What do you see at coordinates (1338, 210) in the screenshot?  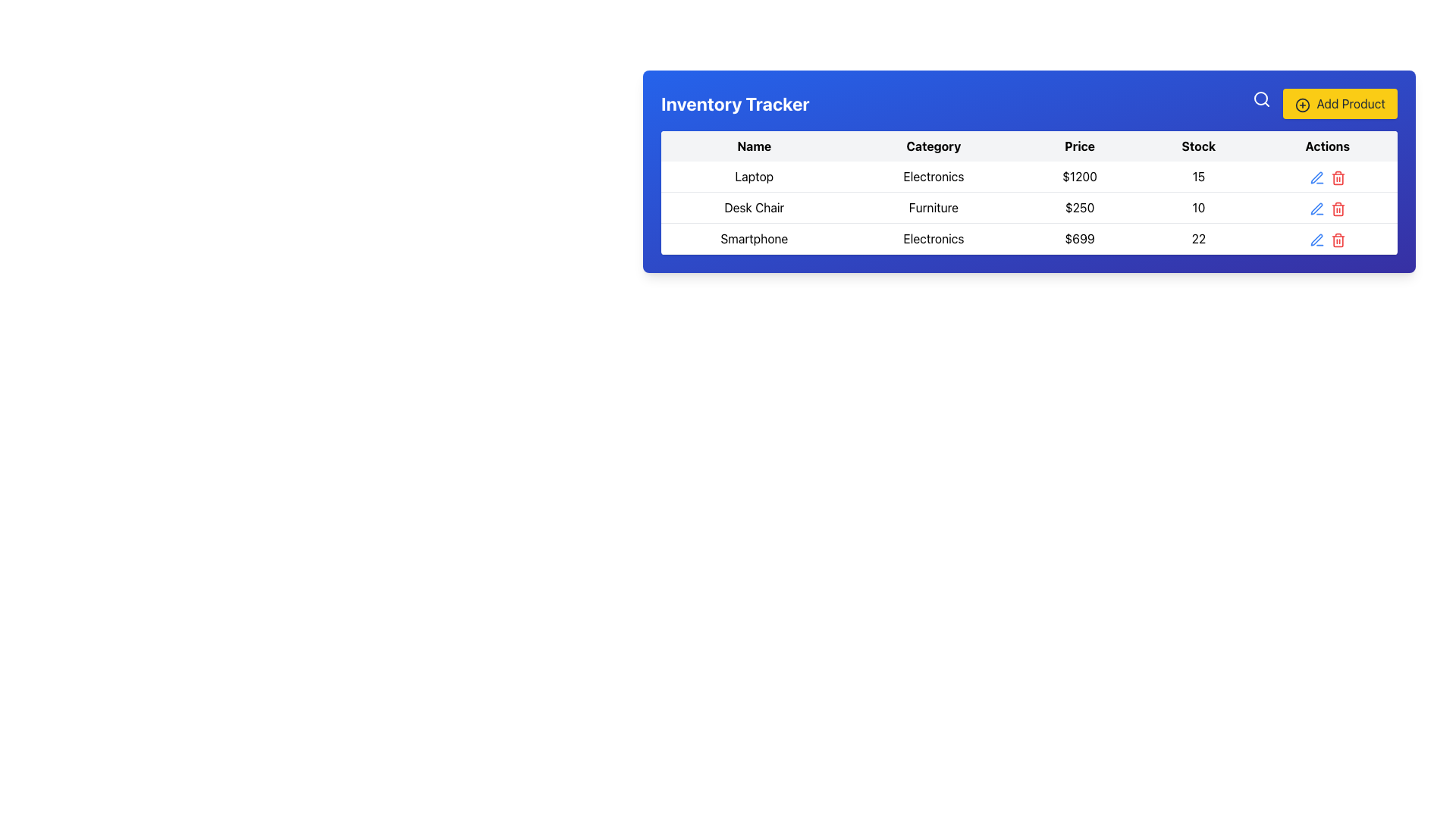 I see `the rectangular trash bin icon located in the 'Actions' column of the data table` at bounding box center [1338, 210].